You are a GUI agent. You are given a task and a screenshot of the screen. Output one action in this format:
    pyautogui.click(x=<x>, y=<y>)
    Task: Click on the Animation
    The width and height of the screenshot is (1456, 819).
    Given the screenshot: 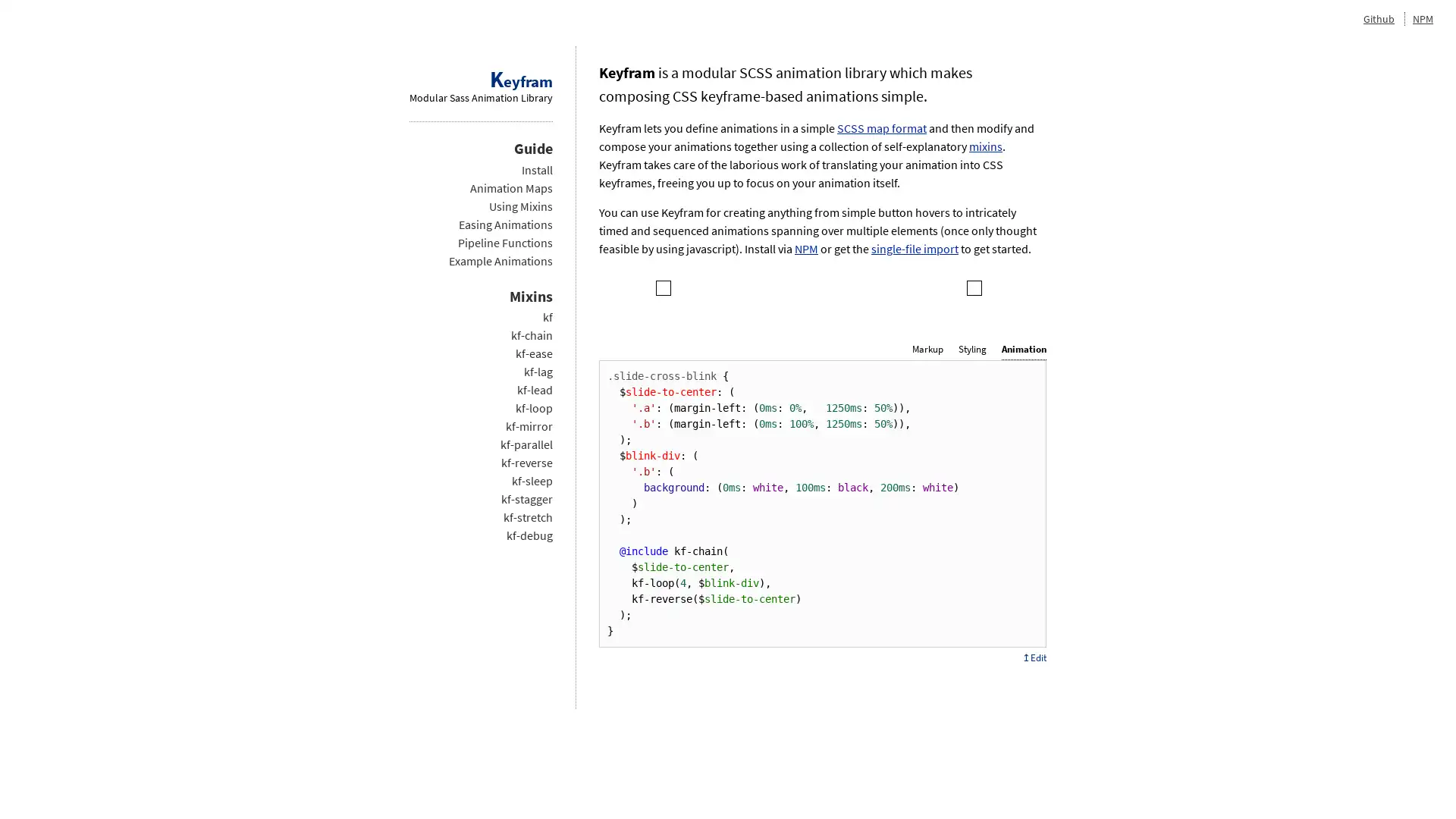 What is the action you would take?
    pyautogui.click(x=1024, y=350)
    